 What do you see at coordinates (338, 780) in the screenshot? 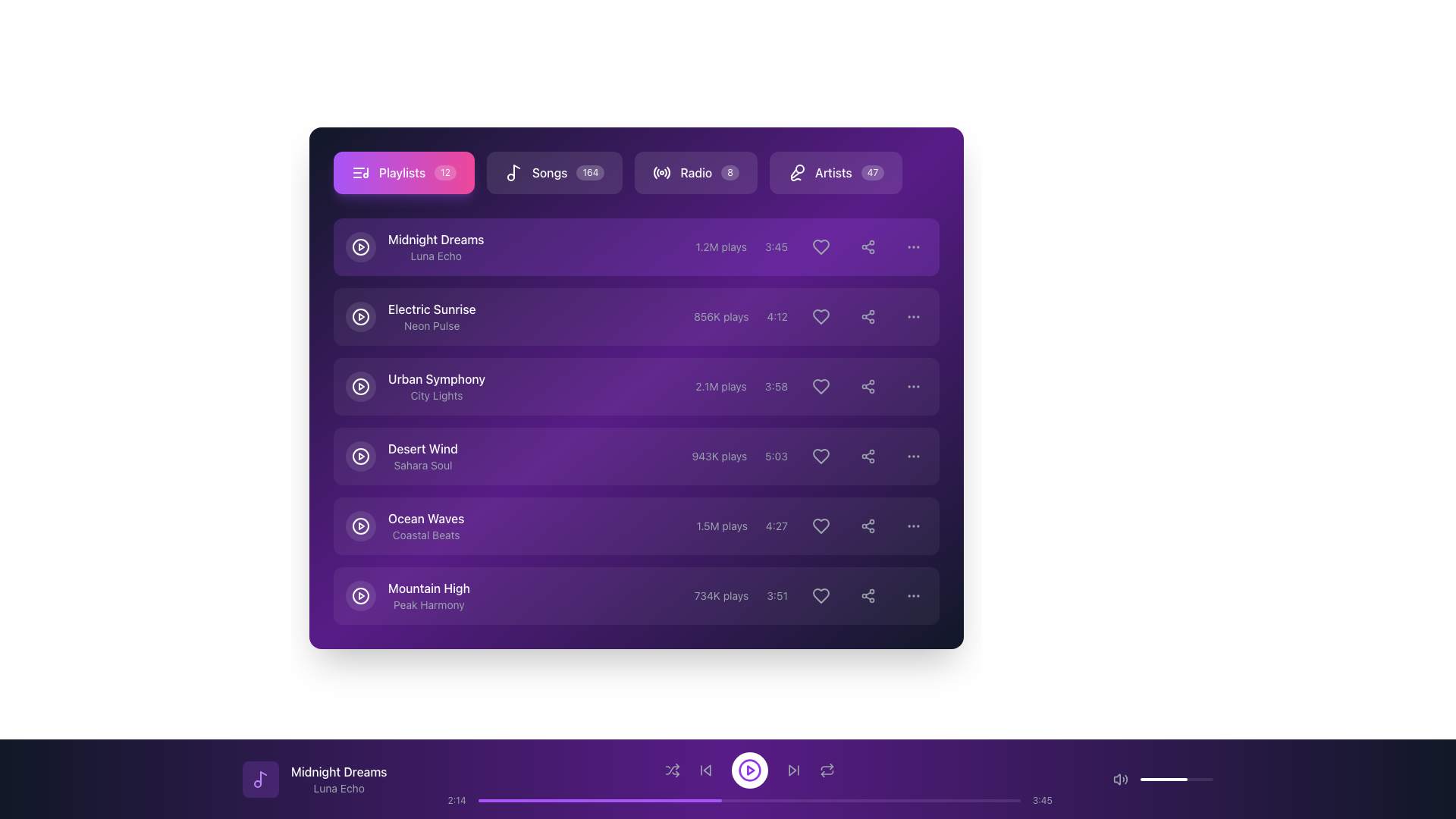
I see `the Text Label displaying 'Midnight Dreams' and 'Luna Echo', which is located near the bottom of the application interface, right of a musical note icon, on a dark purple background` at bounding box center [338, 780].